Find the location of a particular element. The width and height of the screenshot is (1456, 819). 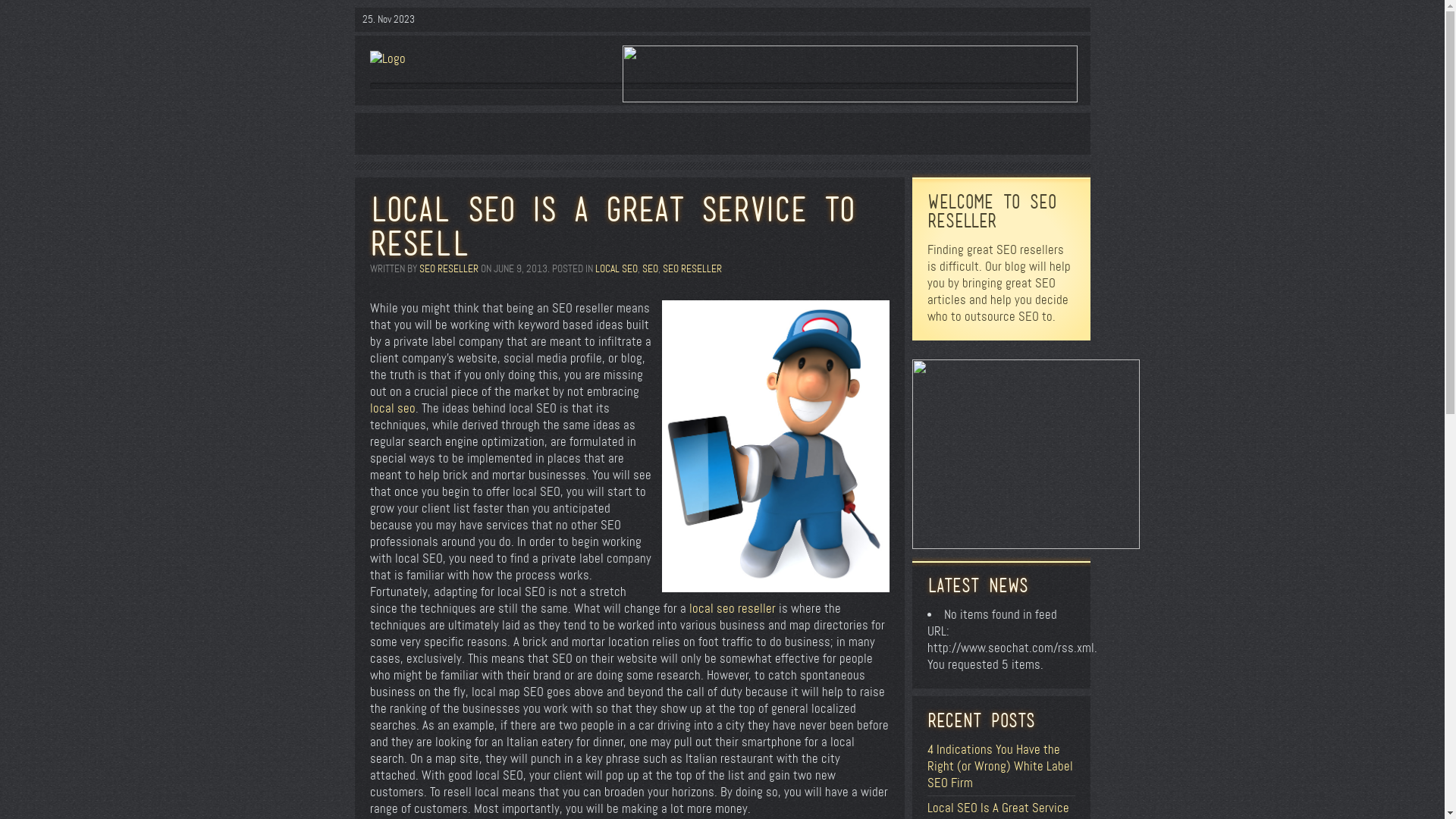

'local seo' is located at coordinates (393, 407).